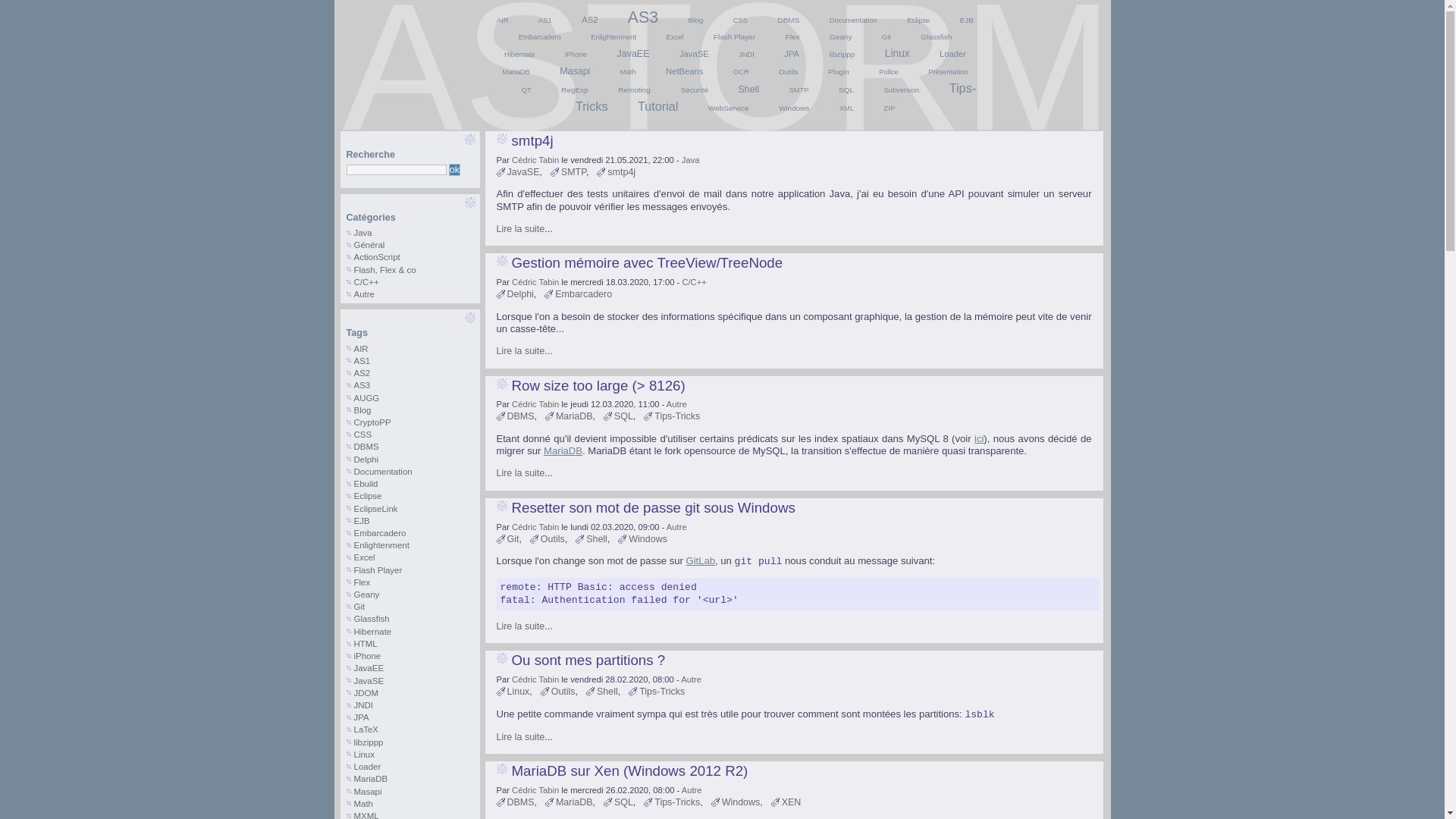 This screenshot has height=819, width=1456. What do you see at coordinates (362, 704) in the screenshot?
I see `'JNDI'` at bounding box center [362, 704].